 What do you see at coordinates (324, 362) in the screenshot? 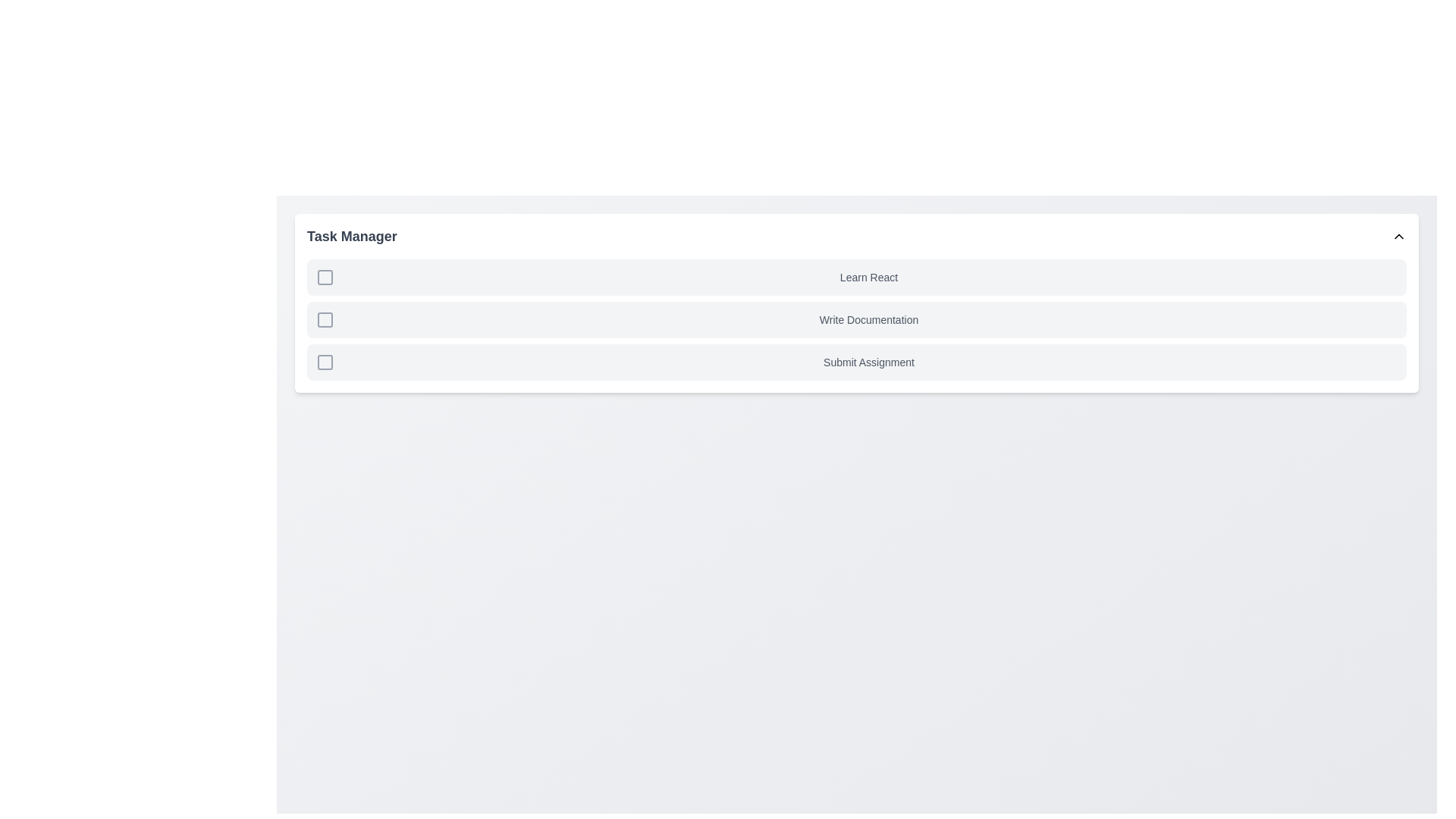
I see `the checkbox for task Submit Assignment` at bounding box center [324, 362].